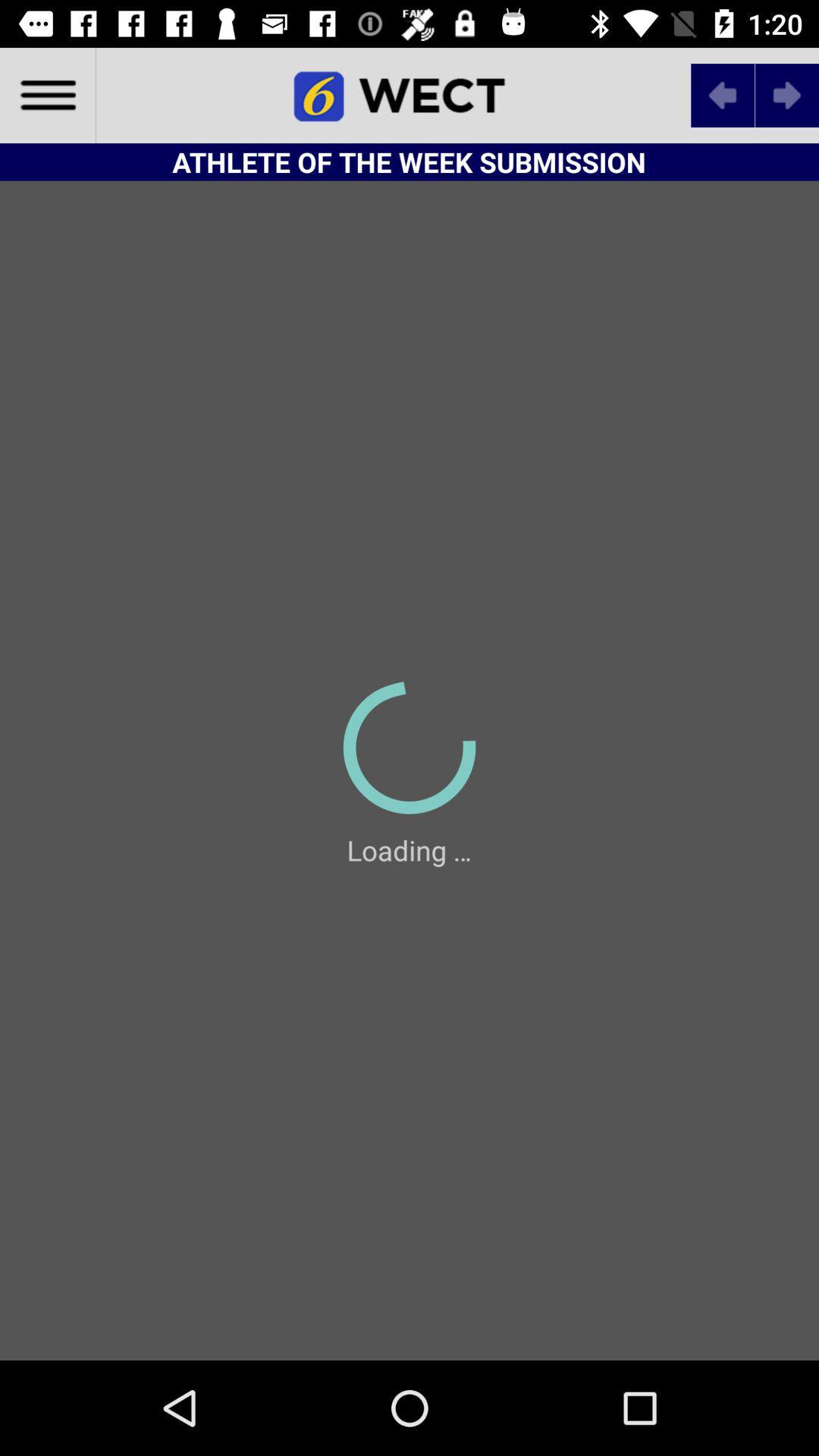 The height and width of the screenshot is (1456, 819). Describe the element at coordinates (786, 94) in the screenshot. I see `next symbol` at that location.